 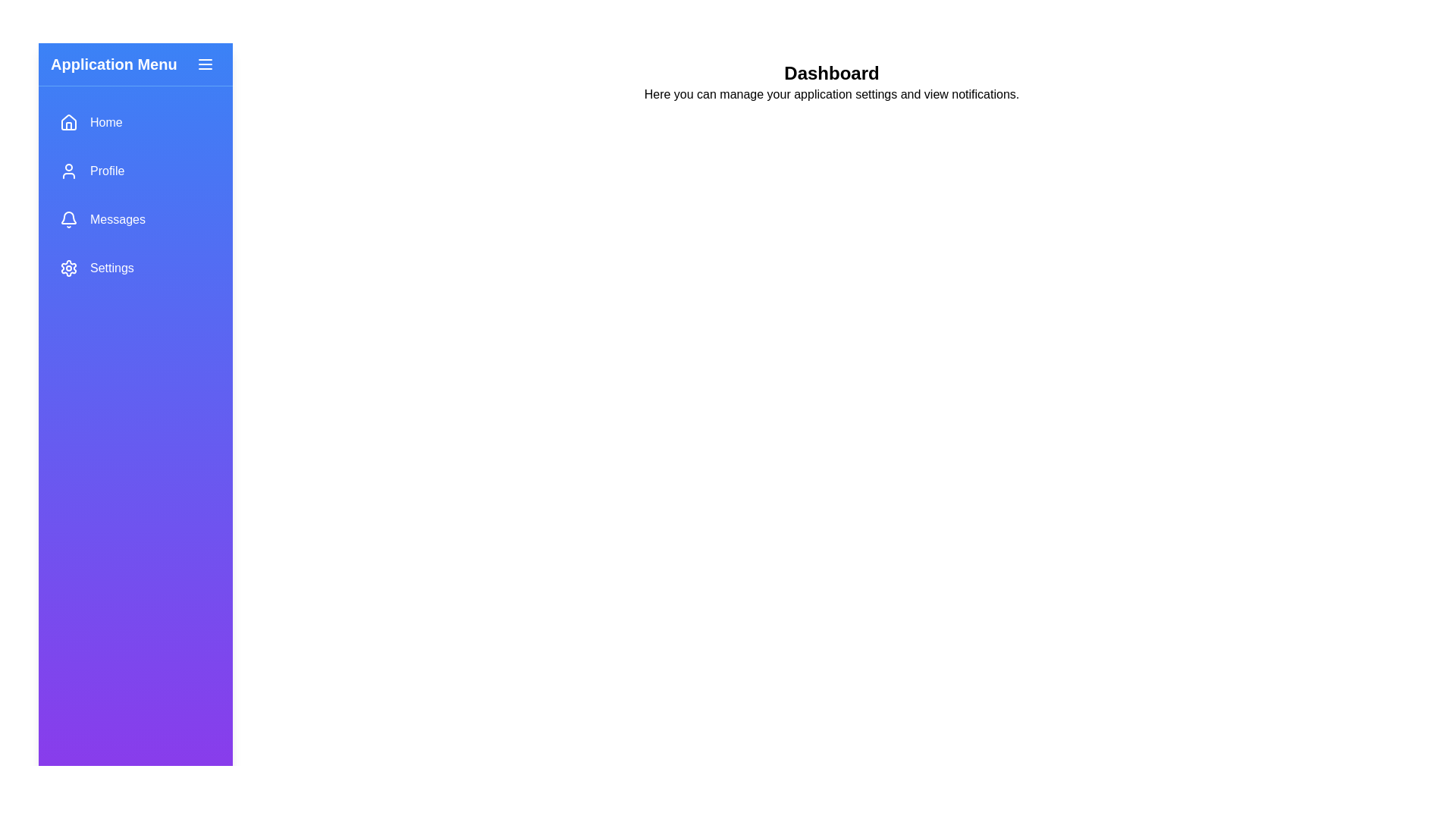 I want to click on the 'Profile' menu item, which is the second item in the vertical navigation menu, so click(x=135, y=171).